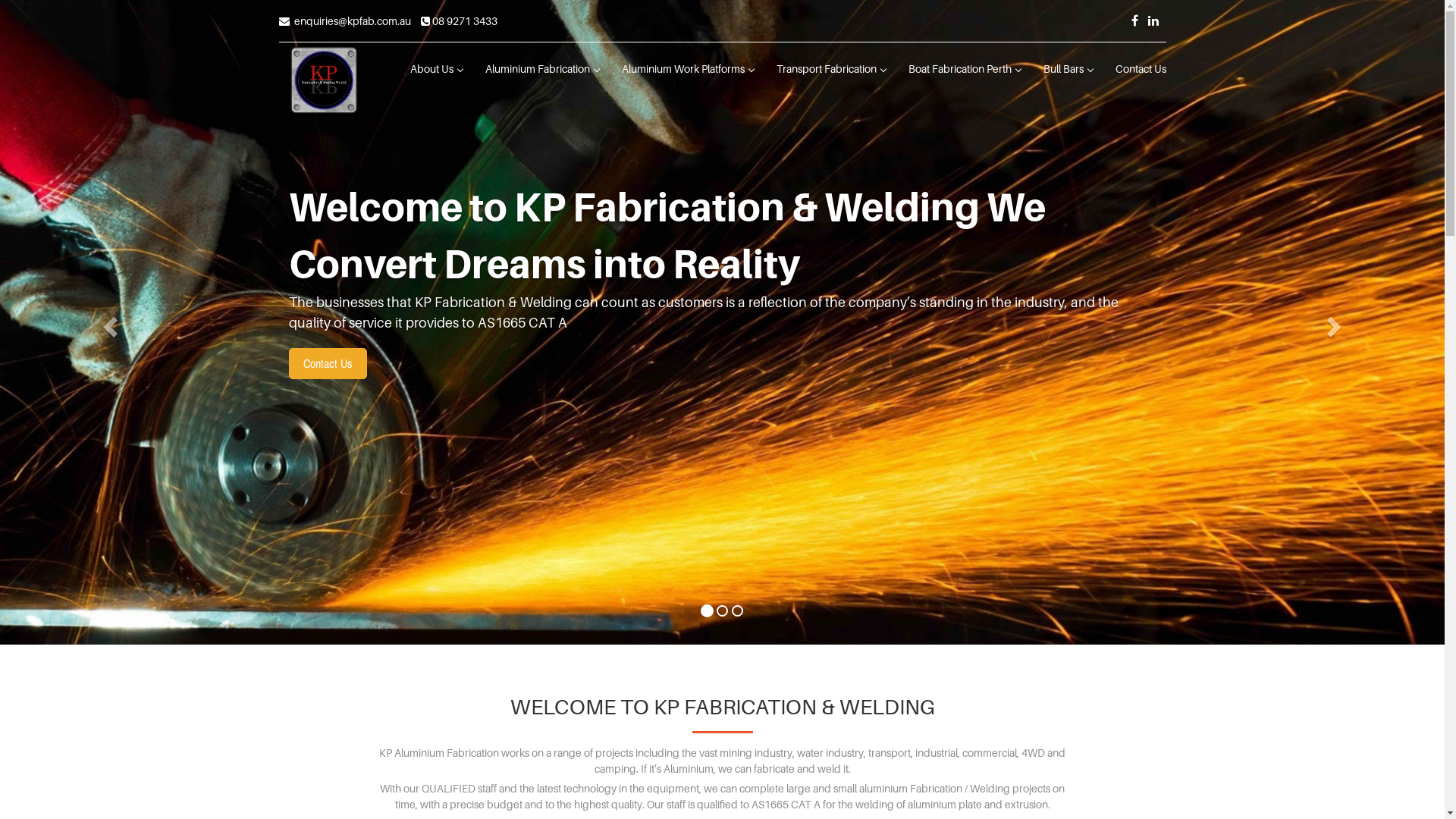 This screenshot has width=1456, height=819. Describe the element at coordinates (963, 69) in the screenshot. I see `'Boat Fabrication Perth'` at that location.